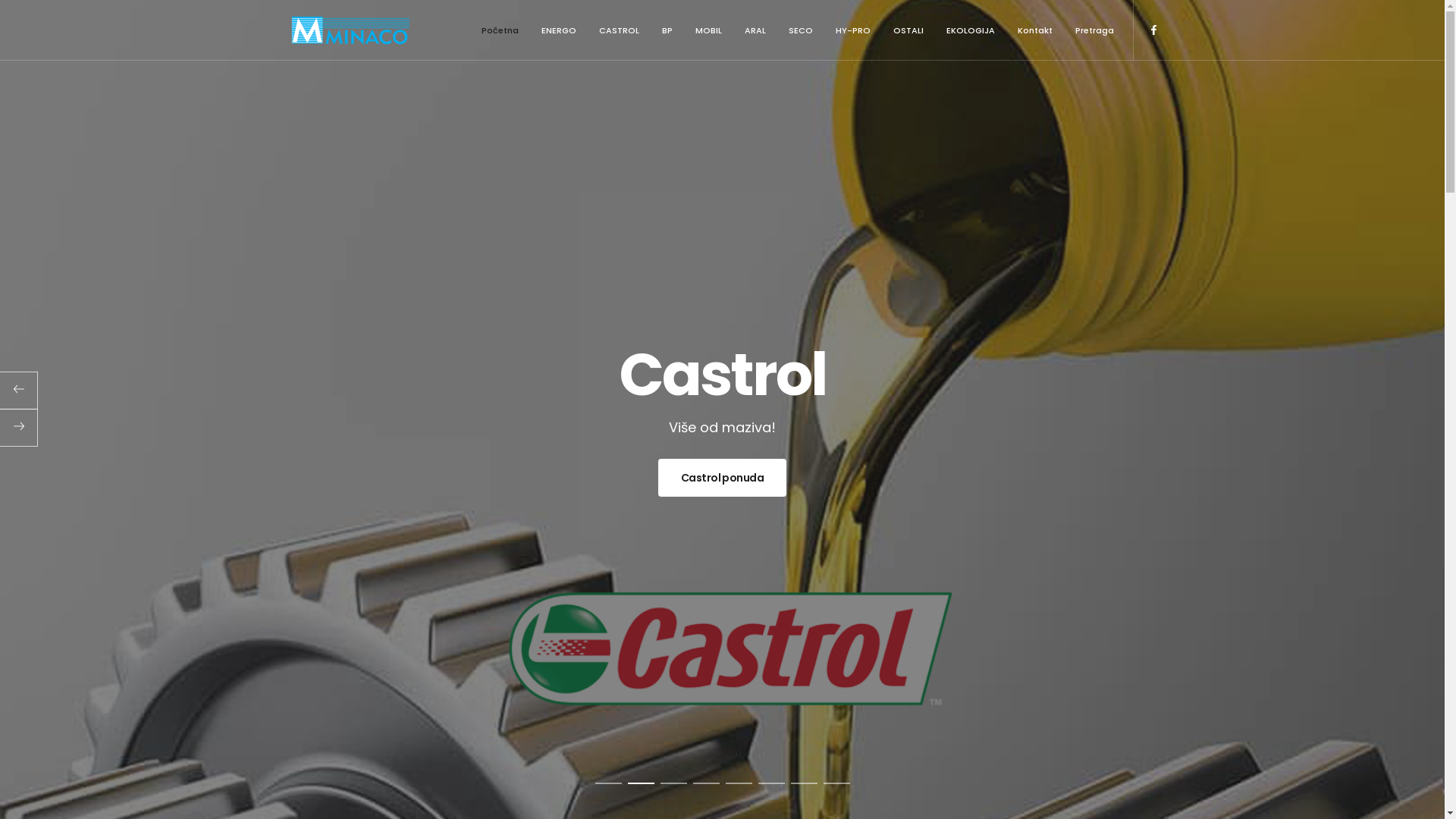  I want to click on 'EKOLOGIJA', so click(968, 30).